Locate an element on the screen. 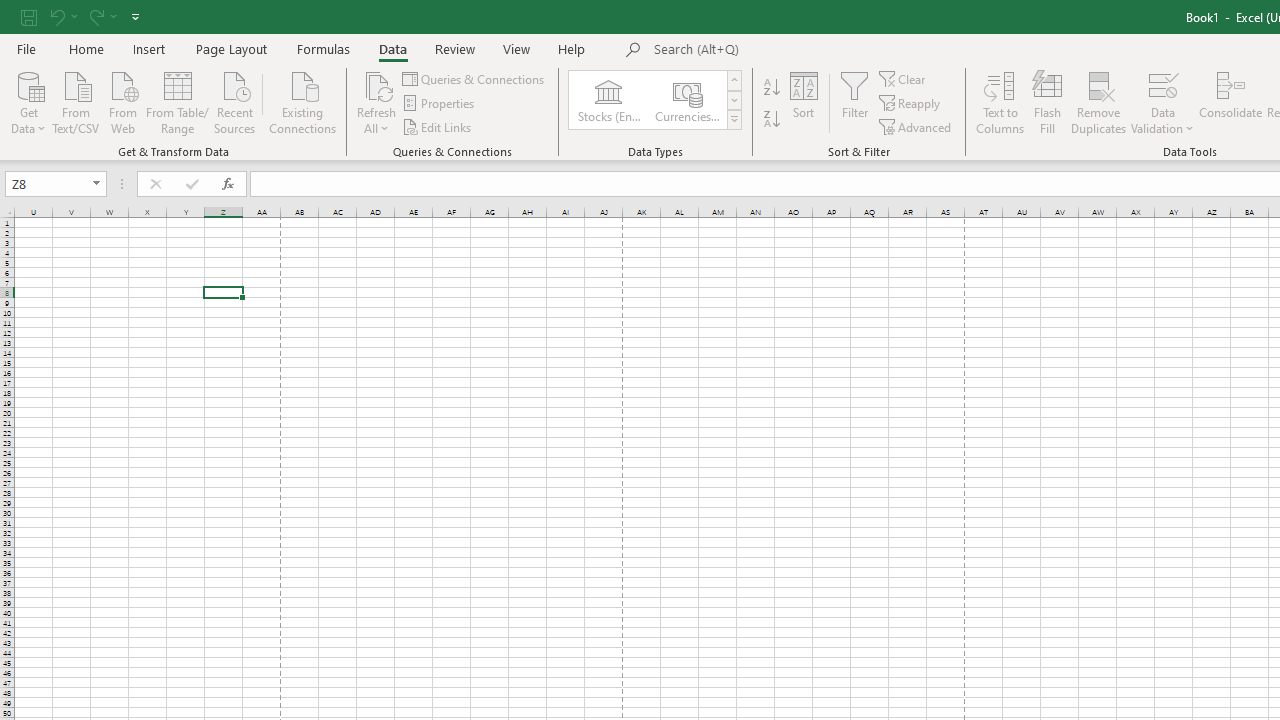  'File Tab' is located at coordinates (26, 47).